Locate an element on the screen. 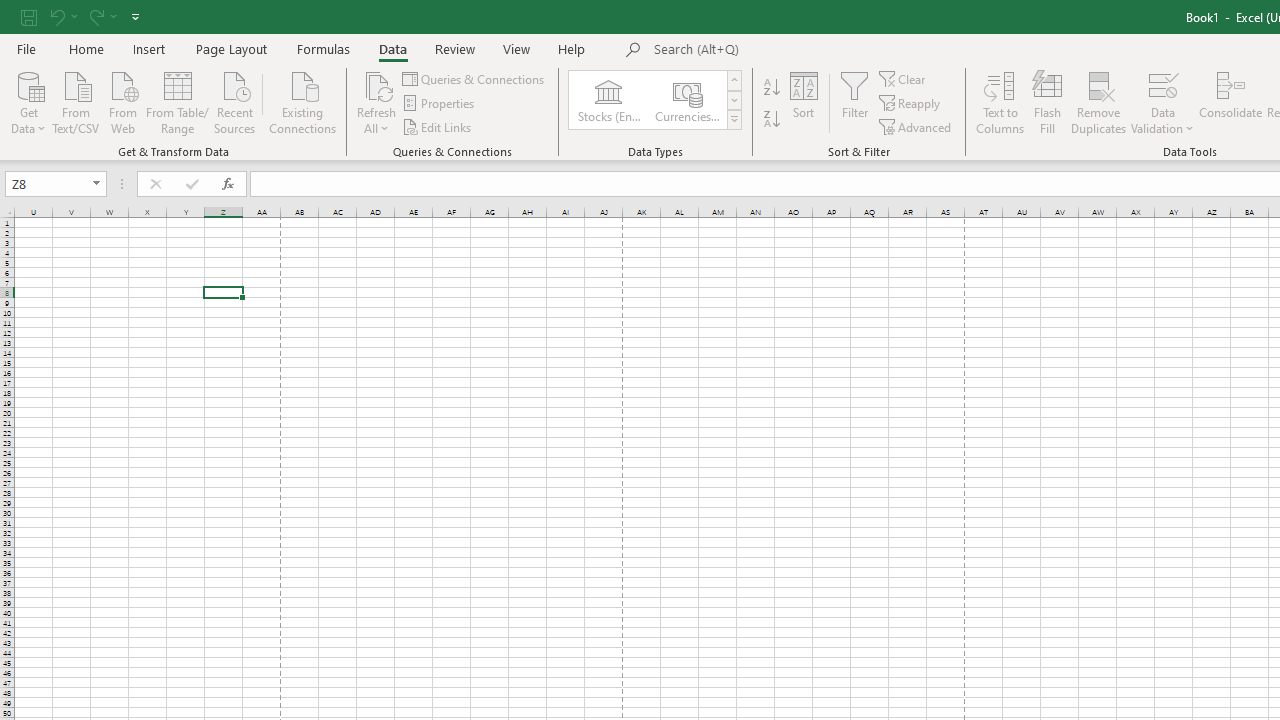  'File Tab' is located at coordinates (26, 47).